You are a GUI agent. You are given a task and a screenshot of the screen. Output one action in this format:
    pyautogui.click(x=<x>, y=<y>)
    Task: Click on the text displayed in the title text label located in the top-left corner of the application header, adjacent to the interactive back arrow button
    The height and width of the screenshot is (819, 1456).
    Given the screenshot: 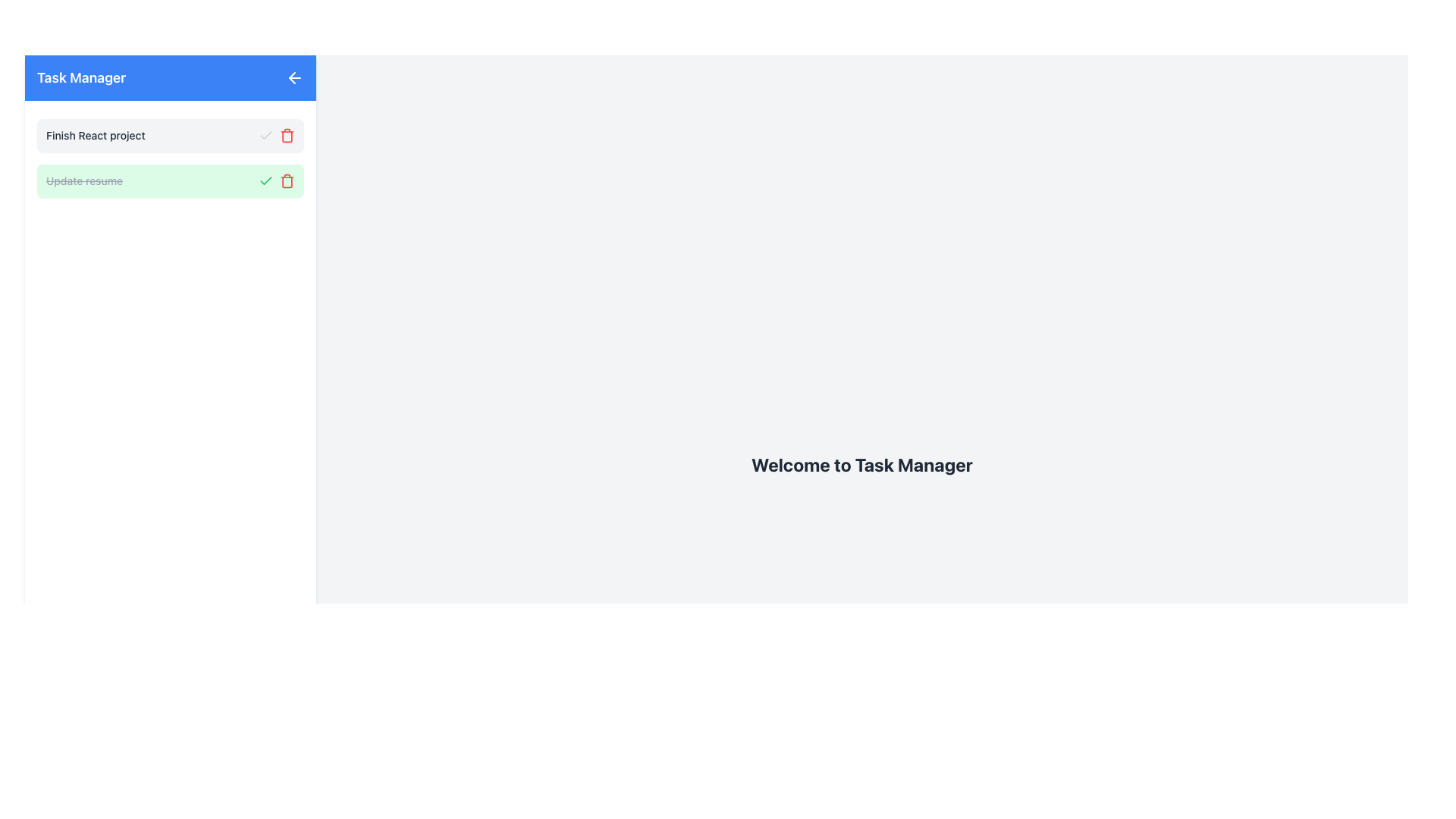 What is the action you would take?
    pyautogui.click(x=80, y=78)
    